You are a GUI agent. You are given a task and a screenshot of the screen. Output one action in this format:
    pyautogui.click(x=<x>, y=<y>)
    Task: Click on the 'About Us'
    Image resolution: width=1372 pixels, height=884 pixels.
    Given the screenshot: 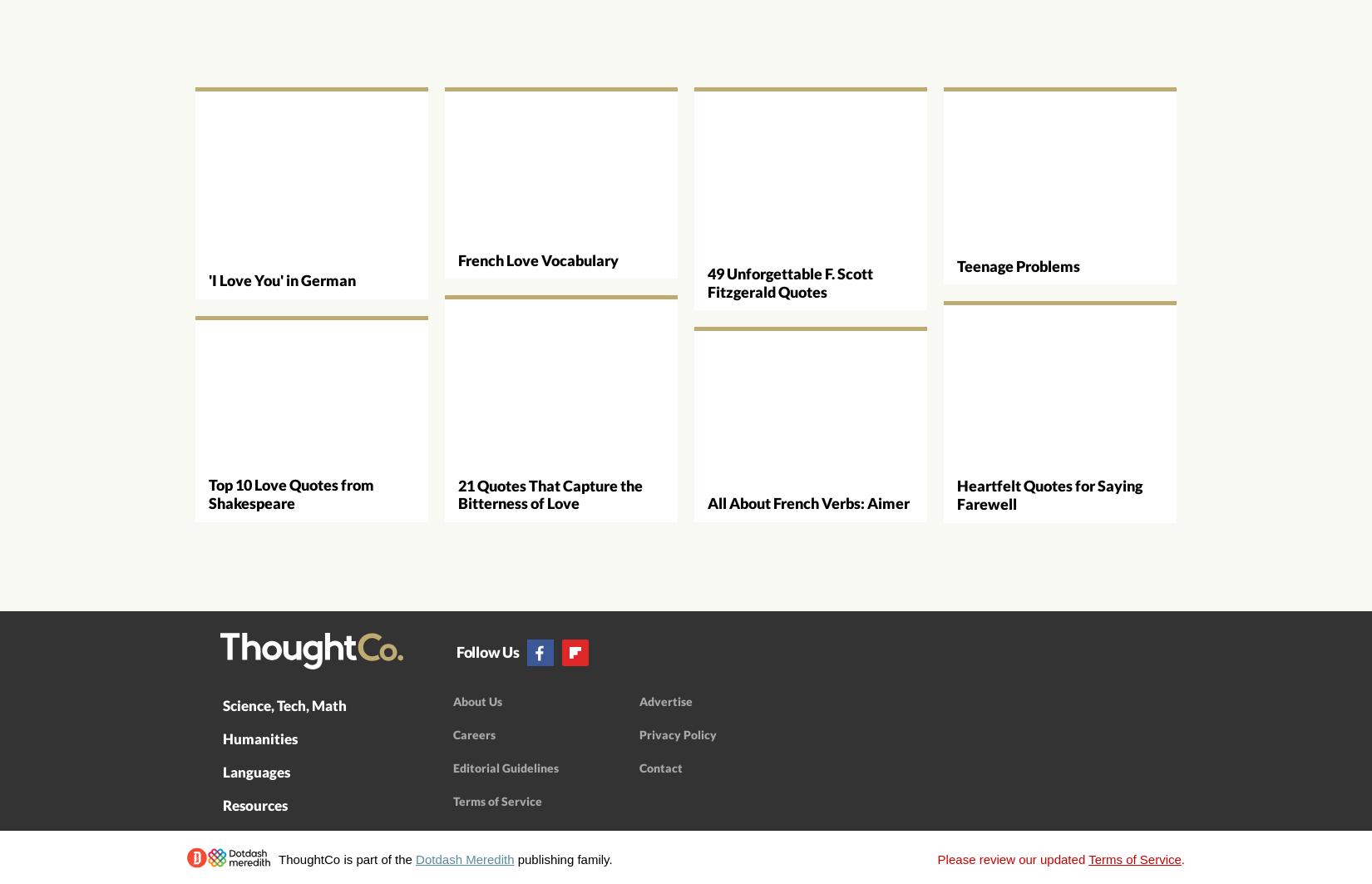 What is the action you would take?
    pyautogui.click(x=476, y=700)
    